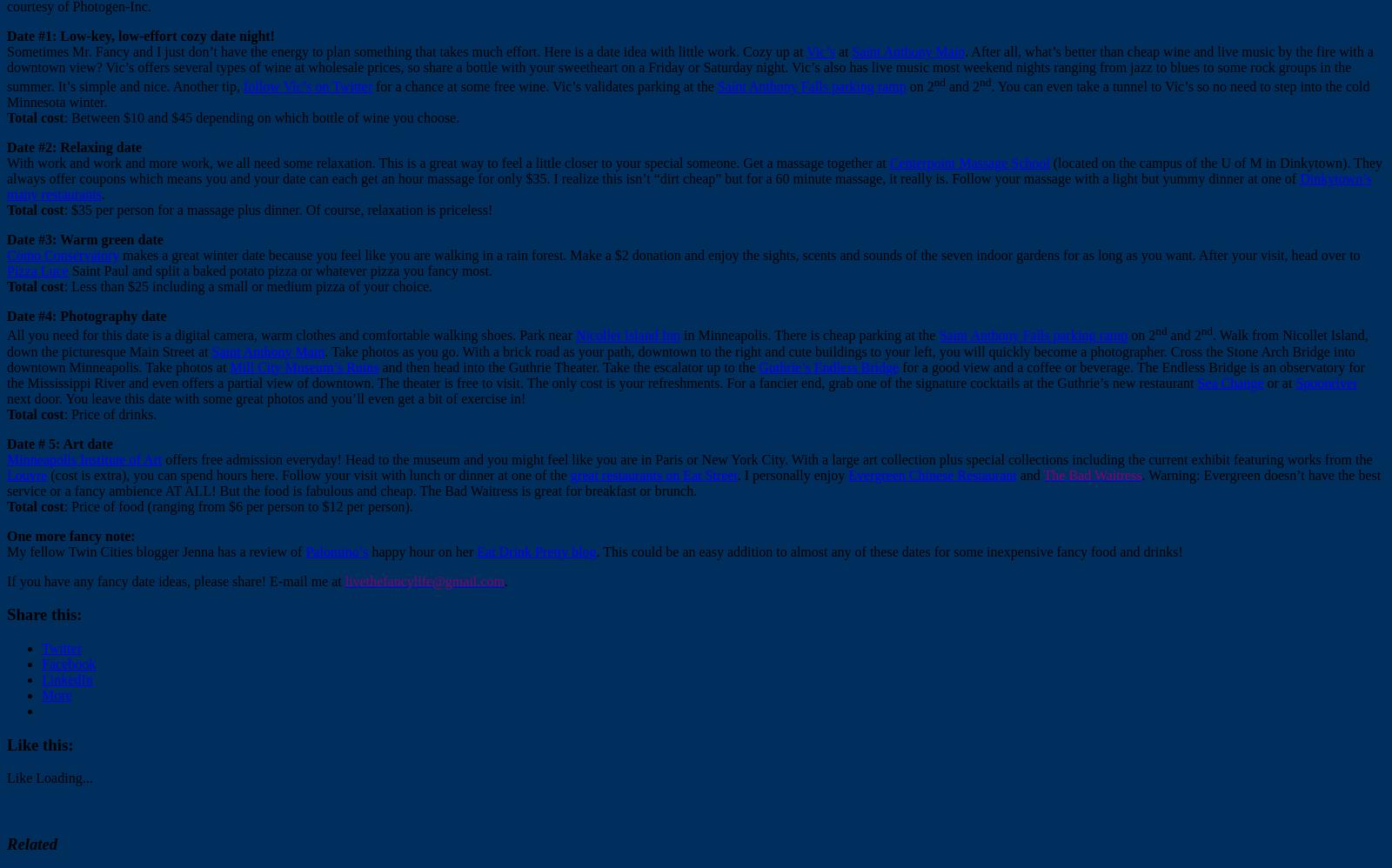 This screenshot has height=868, width=1392. I want to click on '. Warning: Evergreen doesn’t have the best service or a fancy ambience AT ALL! But the food is fabulous and cheap. The Bad Waitress is great for breakfast or brunch.', so click(693, 481).